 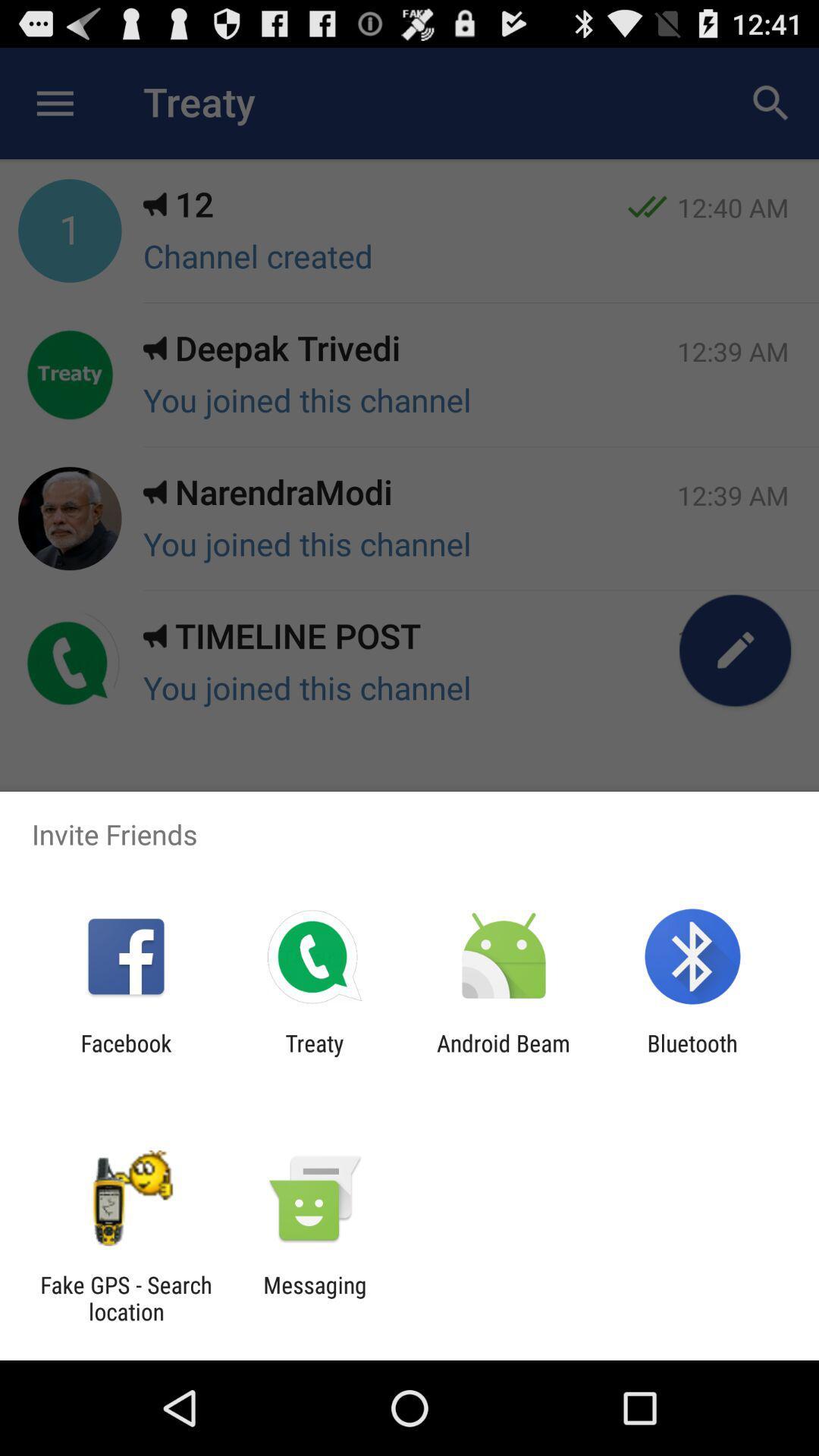 I want to click on the messaging, so click(x=314, y=1298).